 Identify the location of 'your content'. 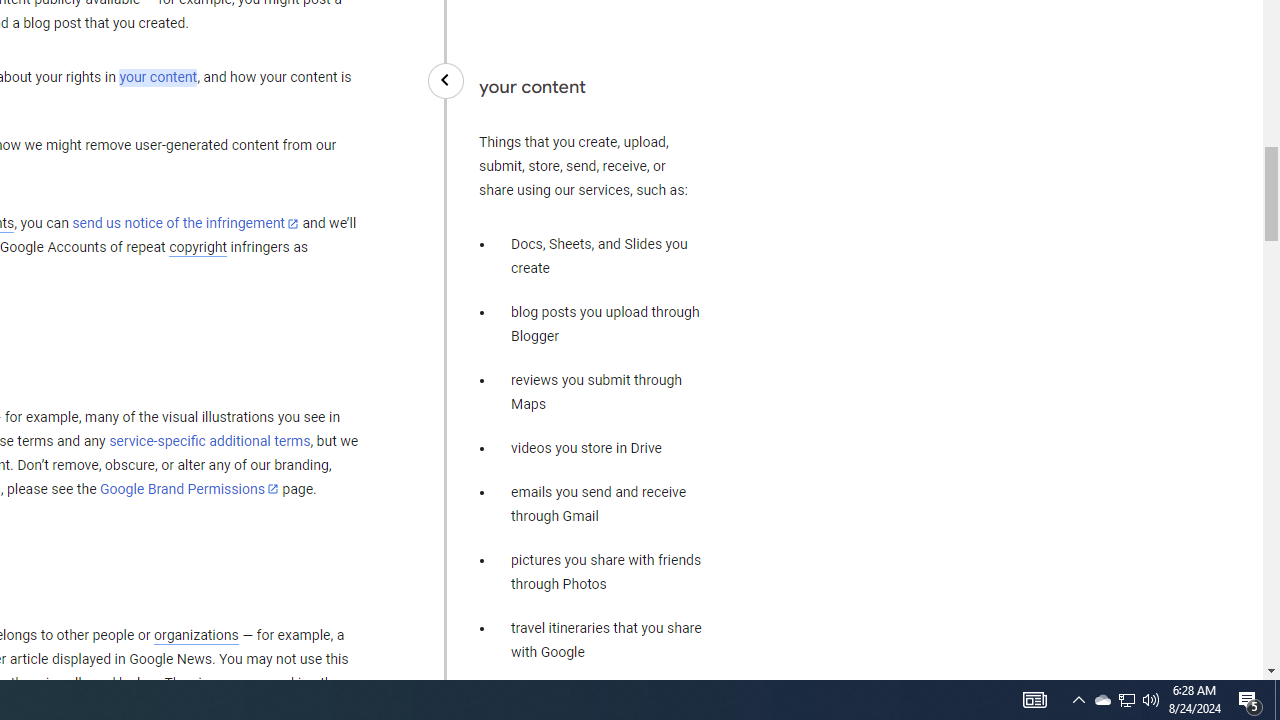
(157, 77).